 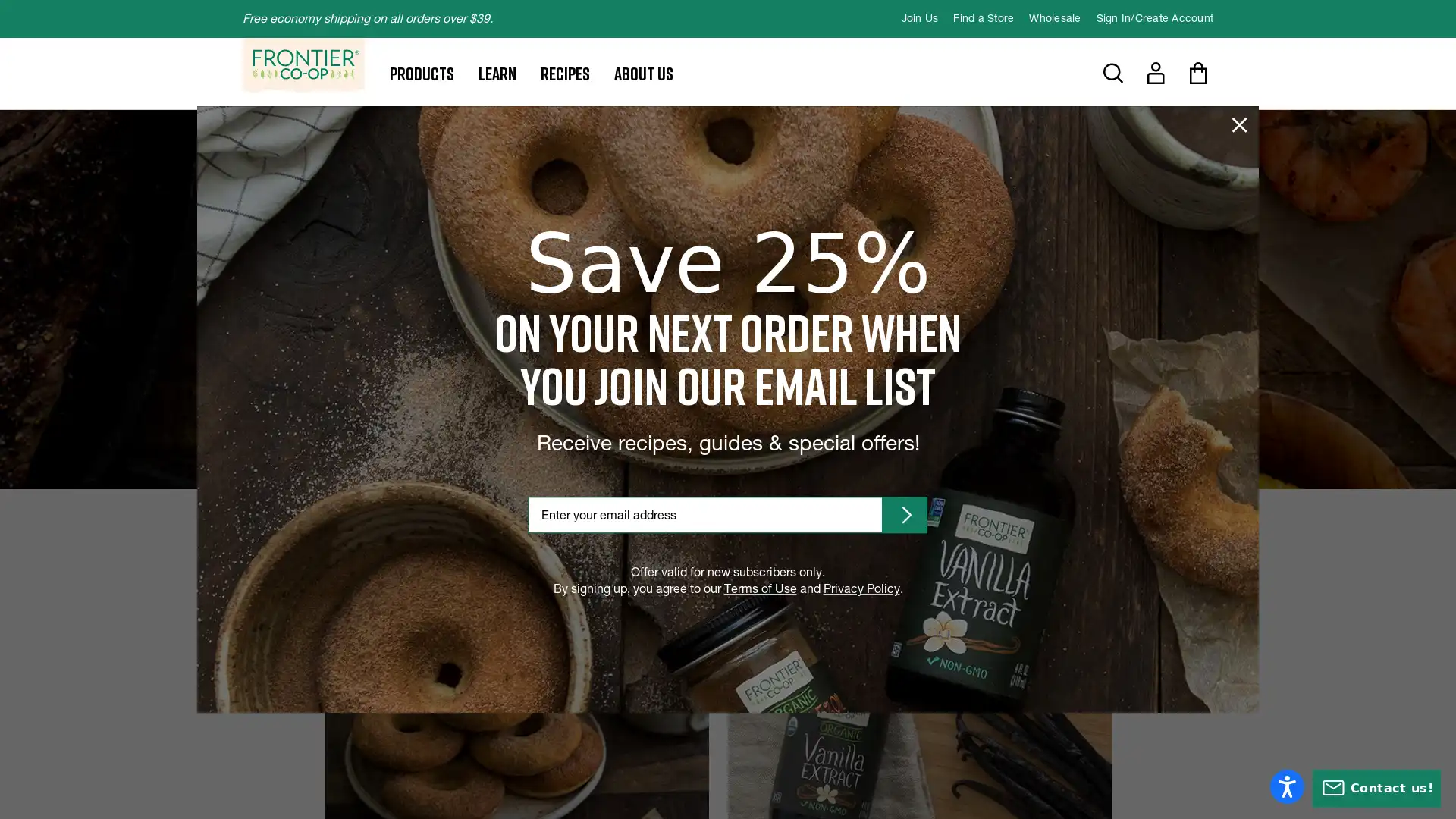 I want to click on About Us, so click(x=644, y=73).